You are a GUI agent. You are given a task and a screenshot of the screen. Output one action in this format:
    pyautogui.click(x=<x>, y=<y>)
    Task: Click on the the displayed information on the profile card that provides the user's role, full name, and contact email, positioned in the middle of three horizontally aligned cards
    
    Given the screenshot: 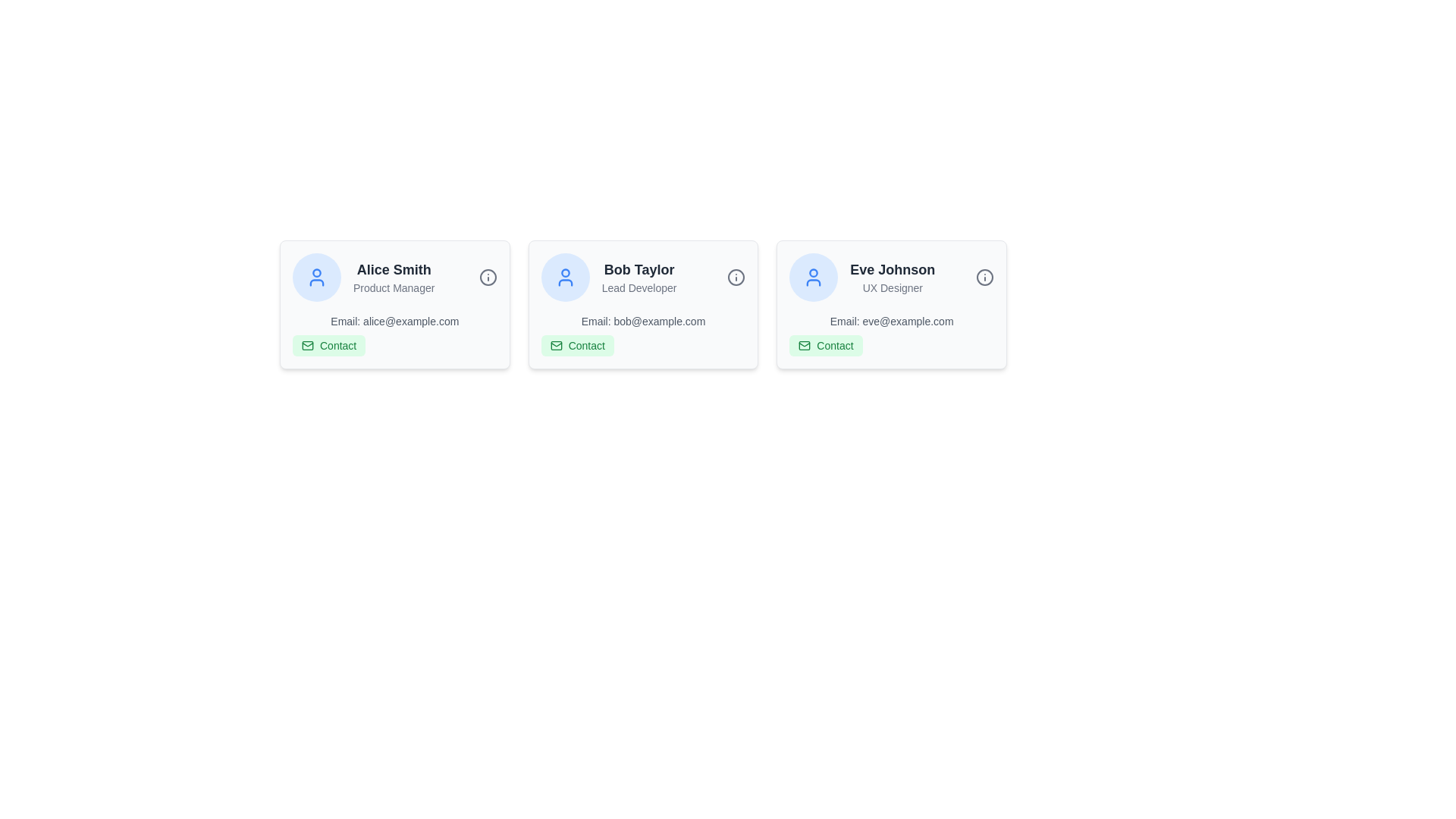 What is the action you would take?
    pyautogui.click(x=643, y=304)
    